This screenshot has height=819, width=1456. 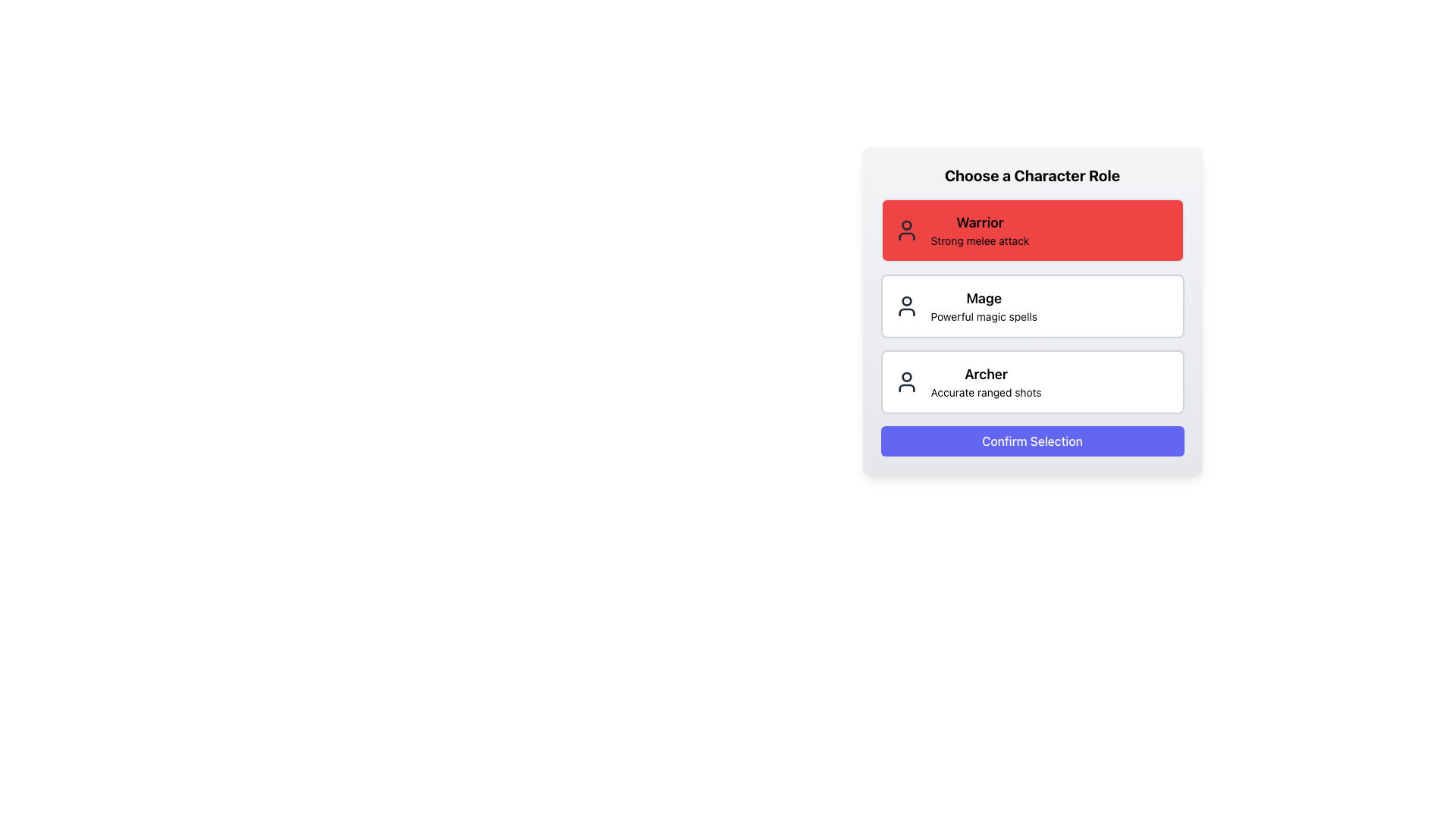 What do you see at coordinates (906, 388) in the screenshot?
I see `the bottom part of the silhouette representing a person in the 'Archer' option of the selection menu` at bounding box center [906, 388].